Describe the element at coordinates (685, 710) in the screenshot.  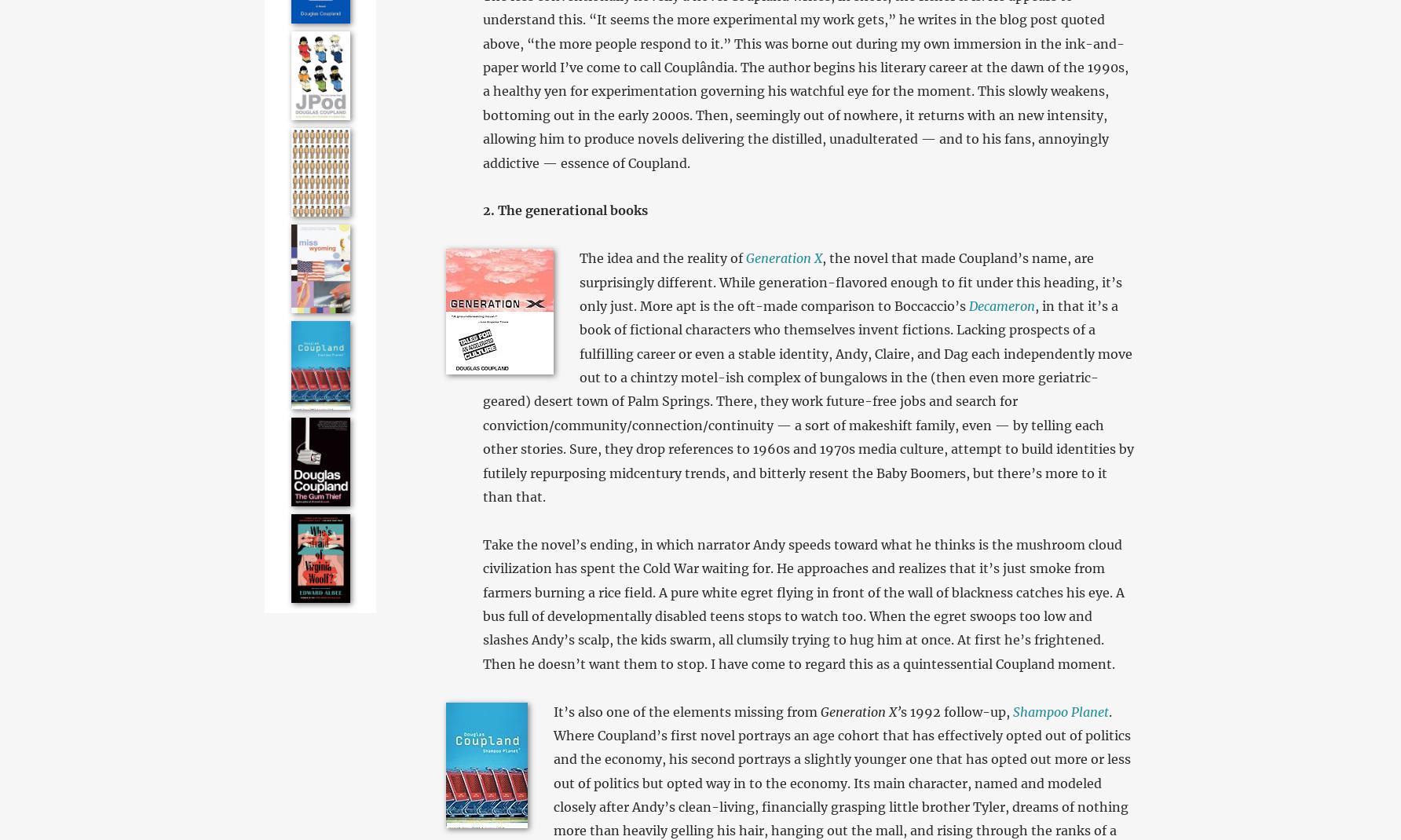
I see `'It’s also one of the elements missing from'` at that location.